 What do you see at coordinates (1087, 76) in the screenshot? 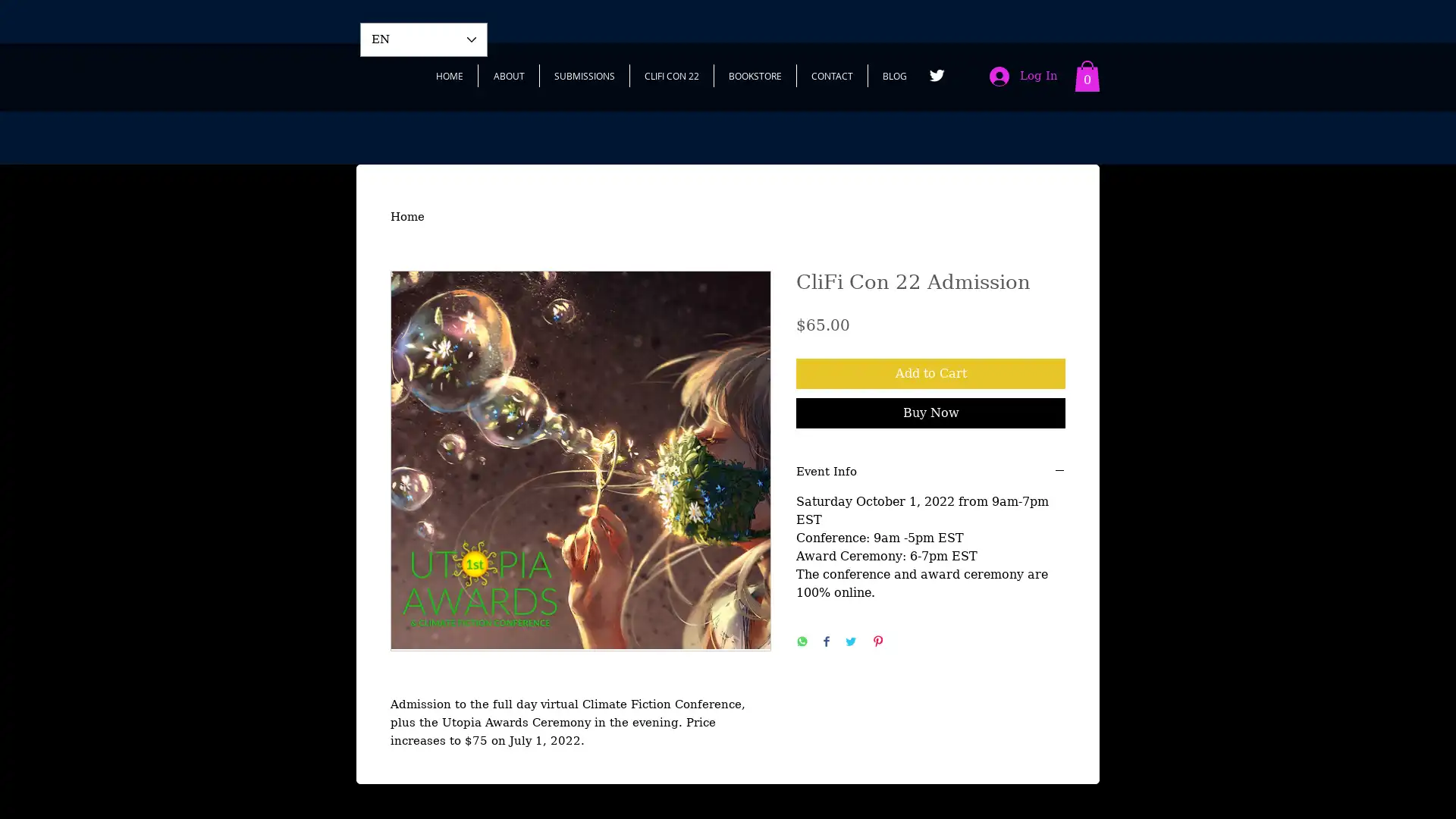
I see `Cart with 0 items` at bounding box center [1087, 76].